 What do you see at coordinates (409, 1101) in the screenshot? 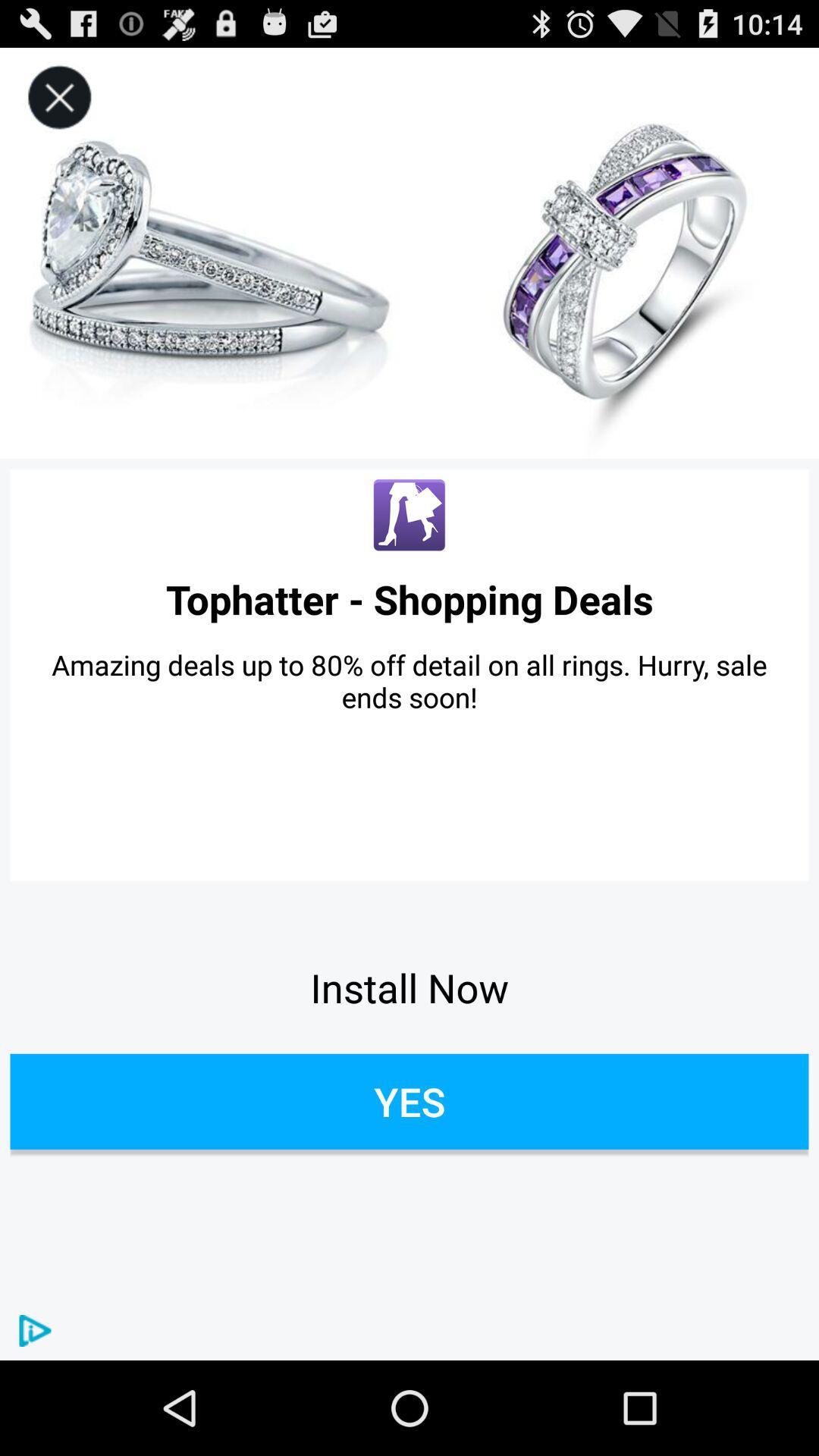
I see `the yes button` at bounding box center [409, 1101].